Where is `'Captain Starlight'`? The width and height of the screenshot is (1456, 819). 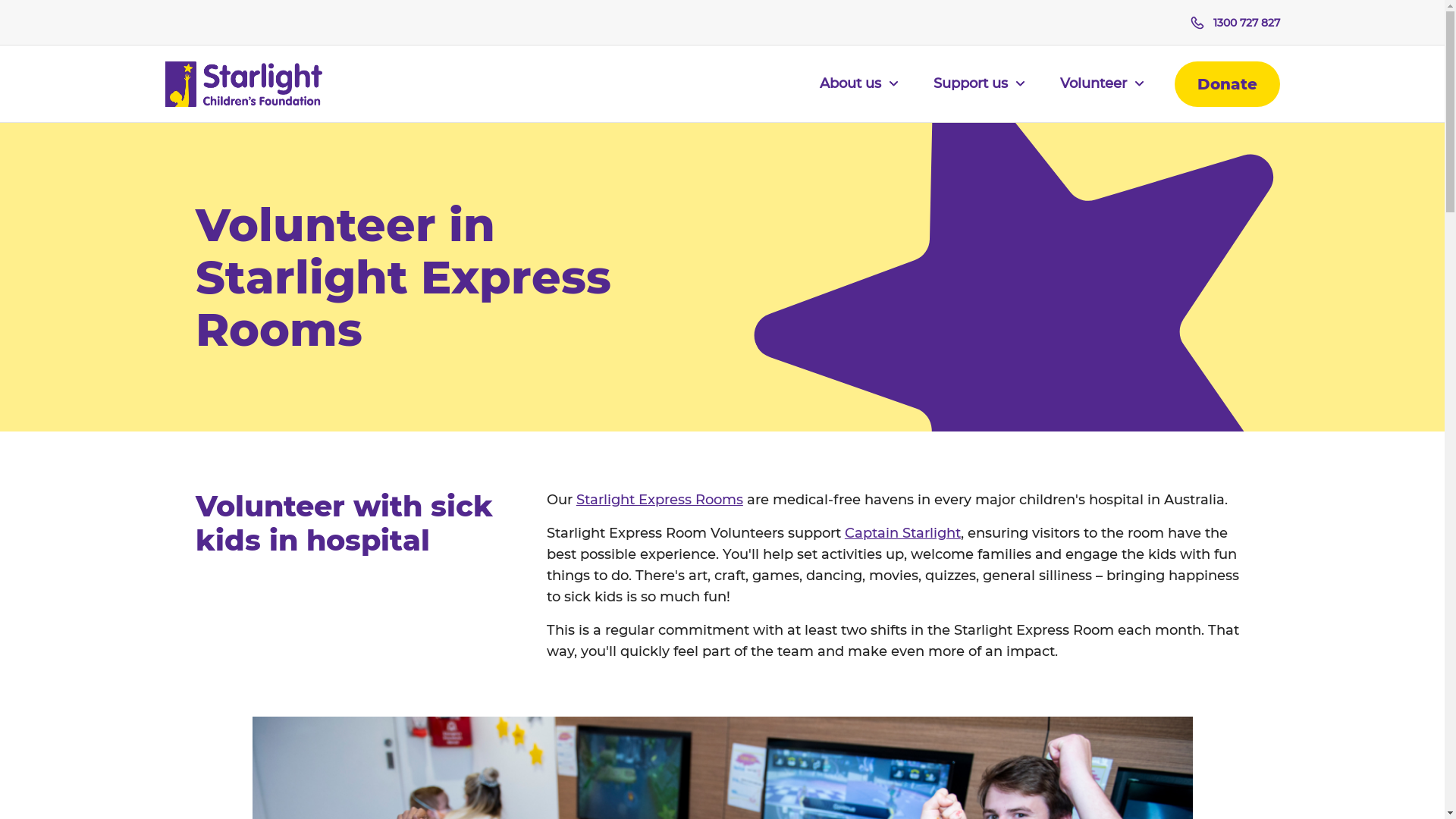 'Captain Starlight' is located at coordinates (902, 532).